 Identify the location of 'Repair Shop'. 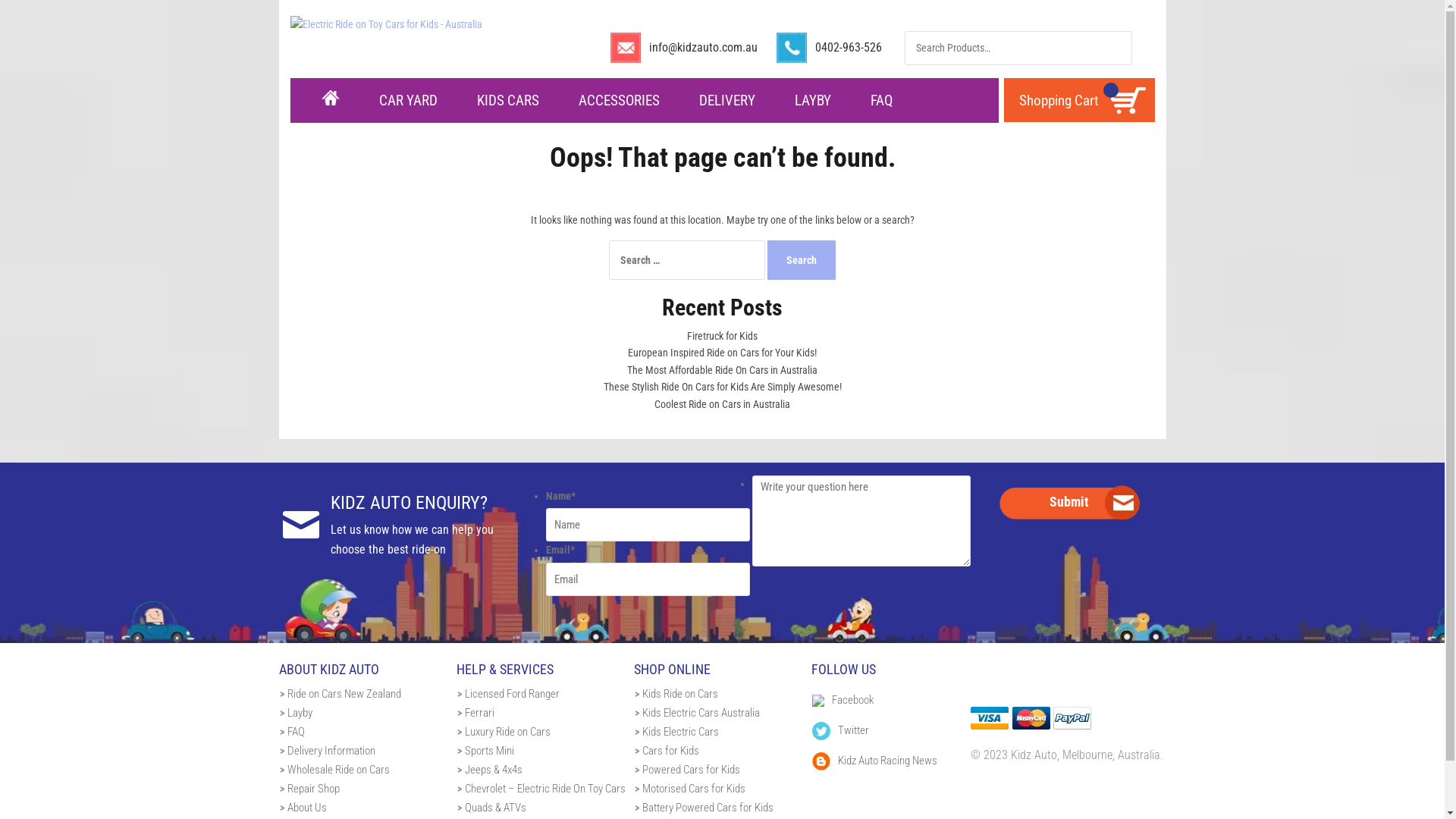
(287, 788).